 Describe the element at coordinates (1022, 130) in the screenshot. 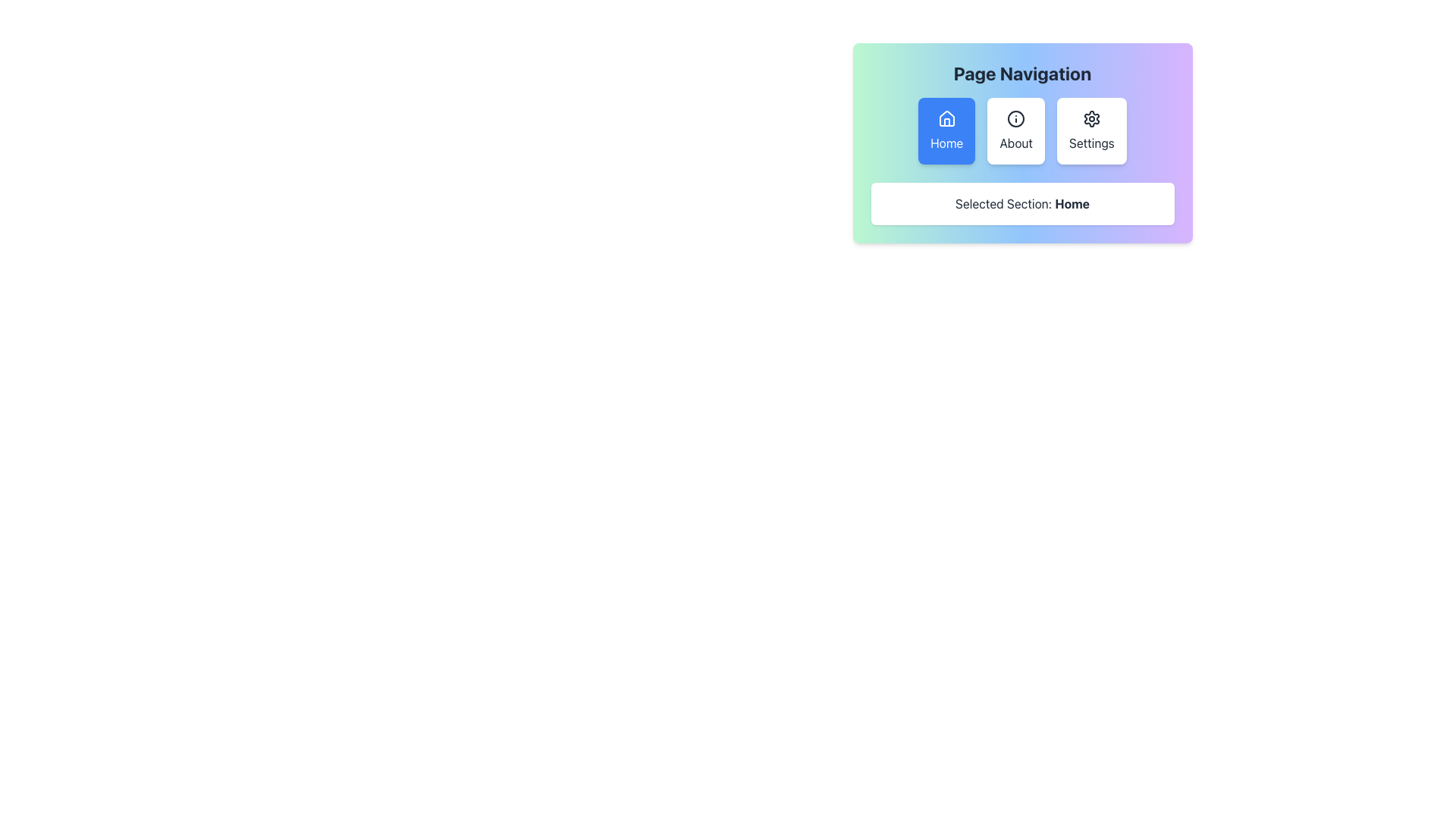

I see `the Horizontal Navigation Bar to enable keyboard navigation for sections 'Home', 'About', and 'Settings'` at that location.